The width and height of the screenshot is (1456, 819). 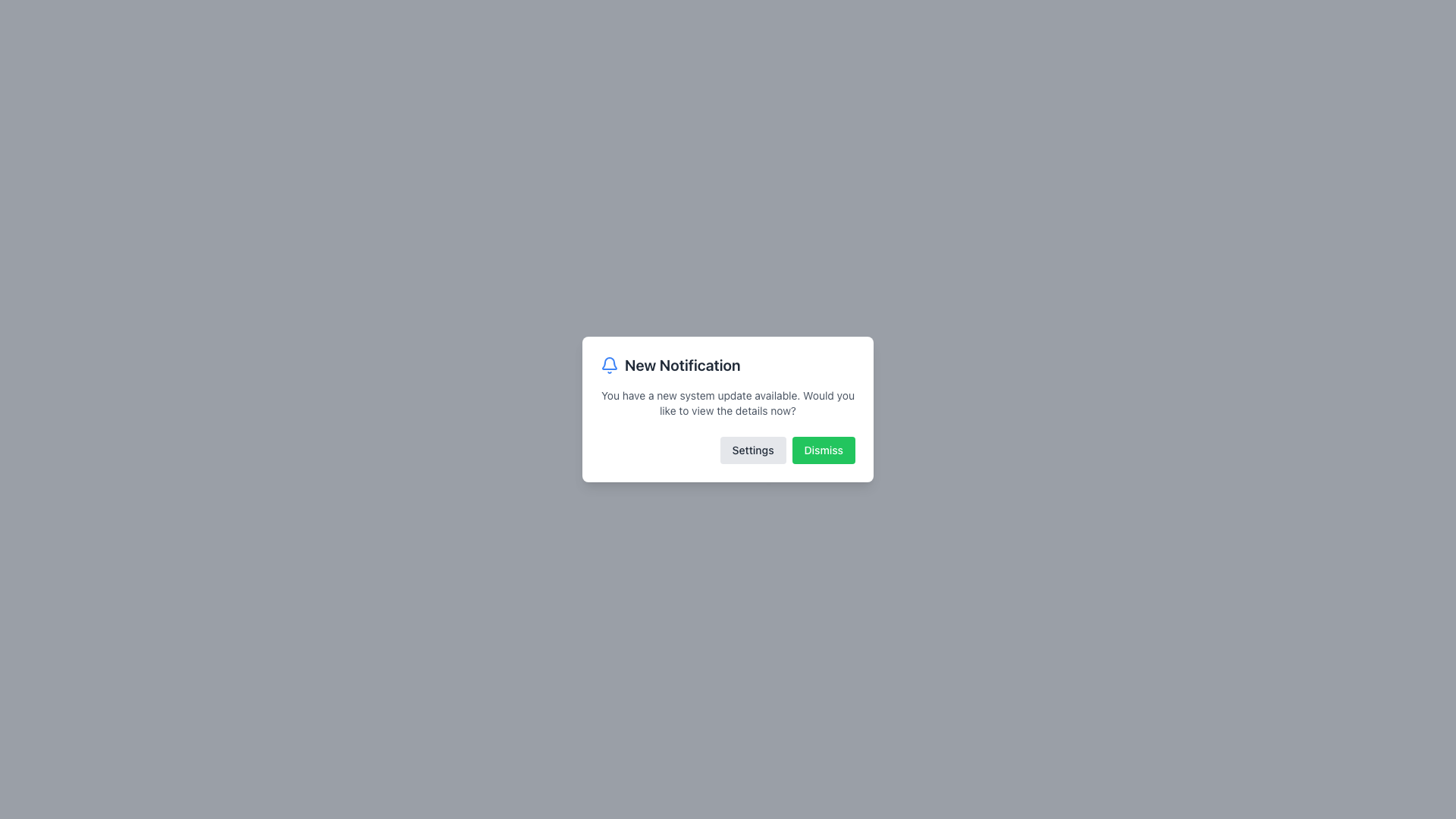 What do you see at coordinates (753, 450) in the screenshot?
I see `the 'Settings' button, which is a rectangular button with a gray background, rounded corners, and black text, located at the lower right section of a notification modal window` at bounding box center [753, 450].